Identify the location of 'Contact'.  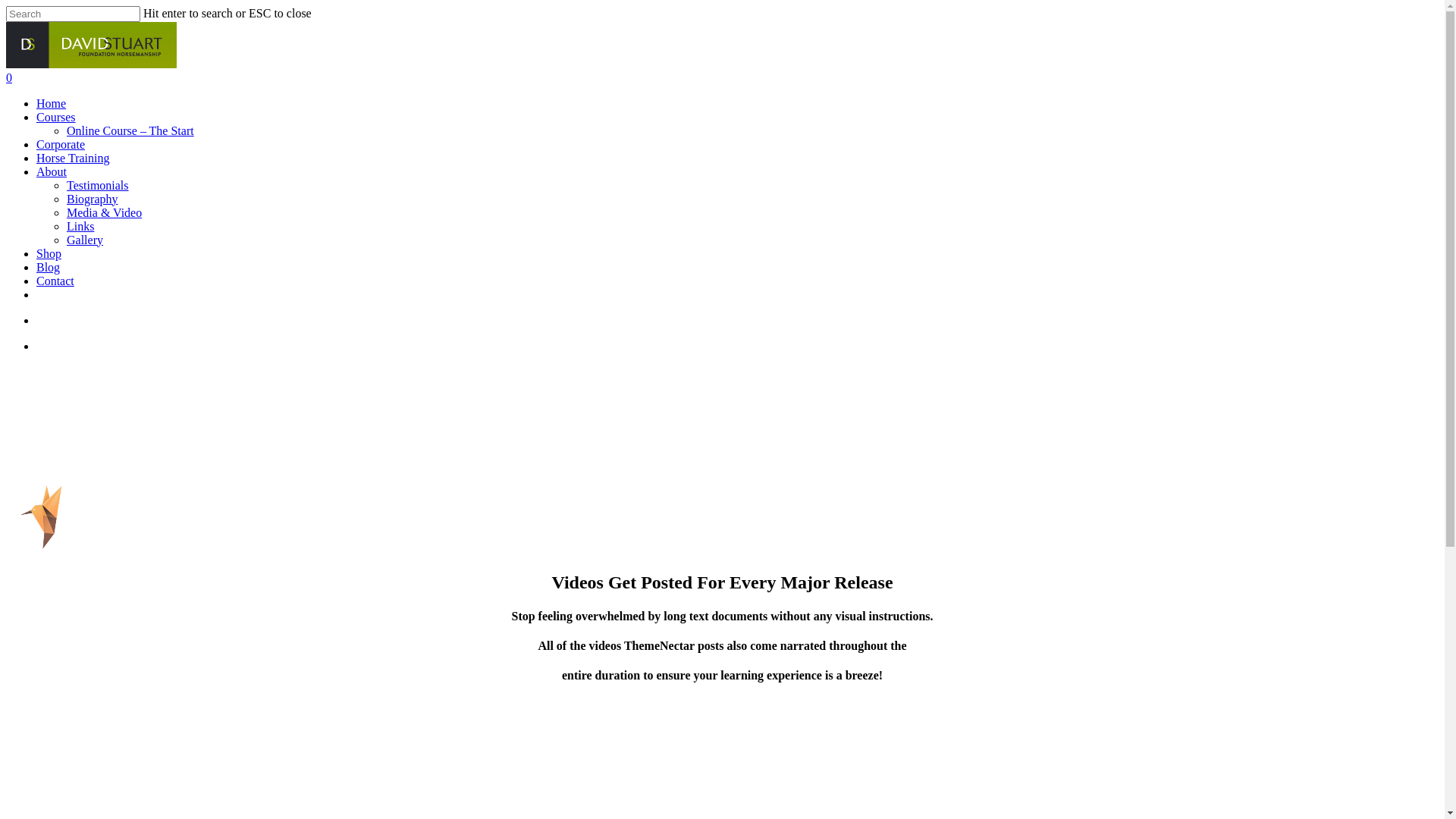
(55, 281).